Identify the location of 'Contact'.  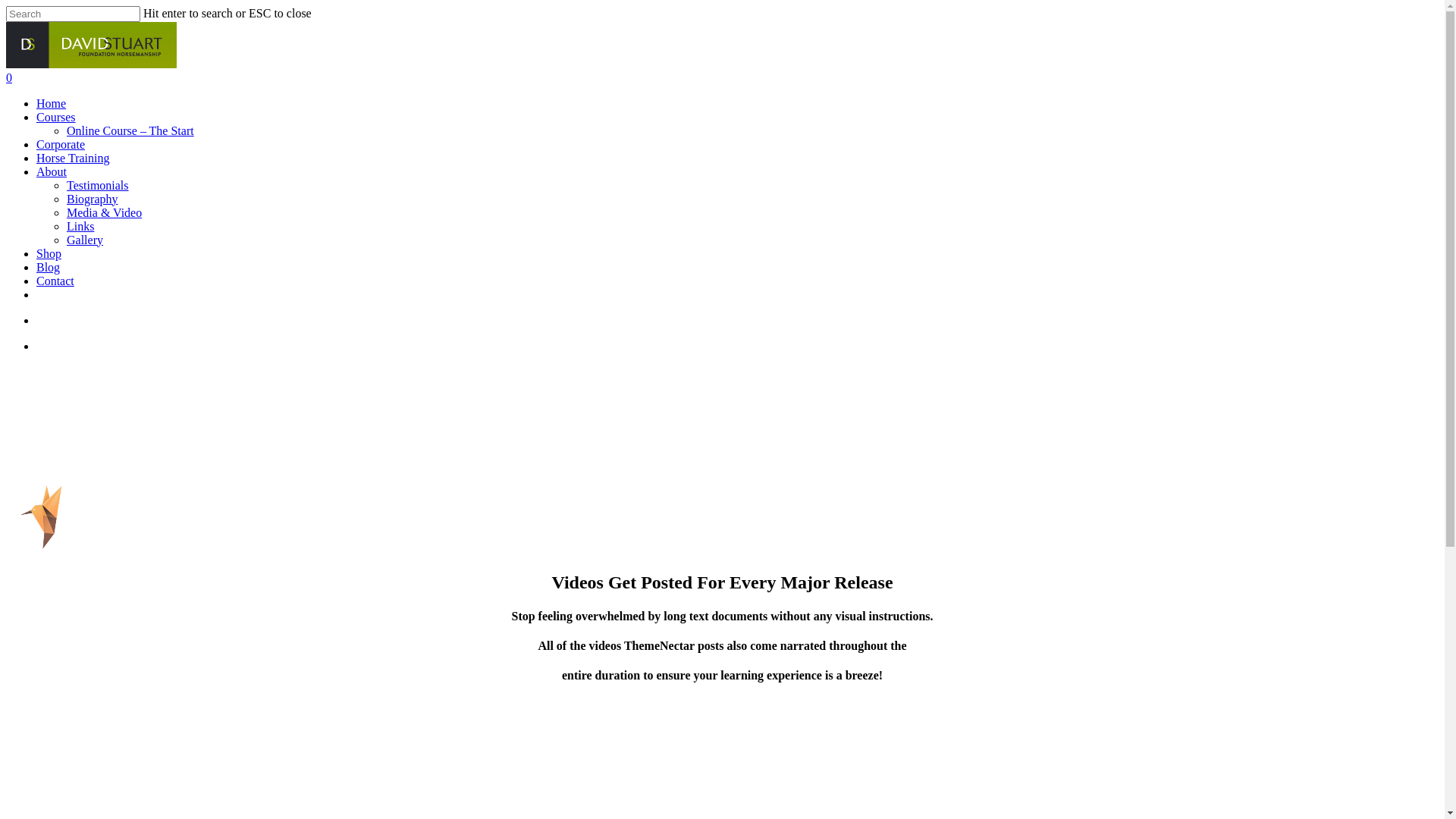
(55, 281).